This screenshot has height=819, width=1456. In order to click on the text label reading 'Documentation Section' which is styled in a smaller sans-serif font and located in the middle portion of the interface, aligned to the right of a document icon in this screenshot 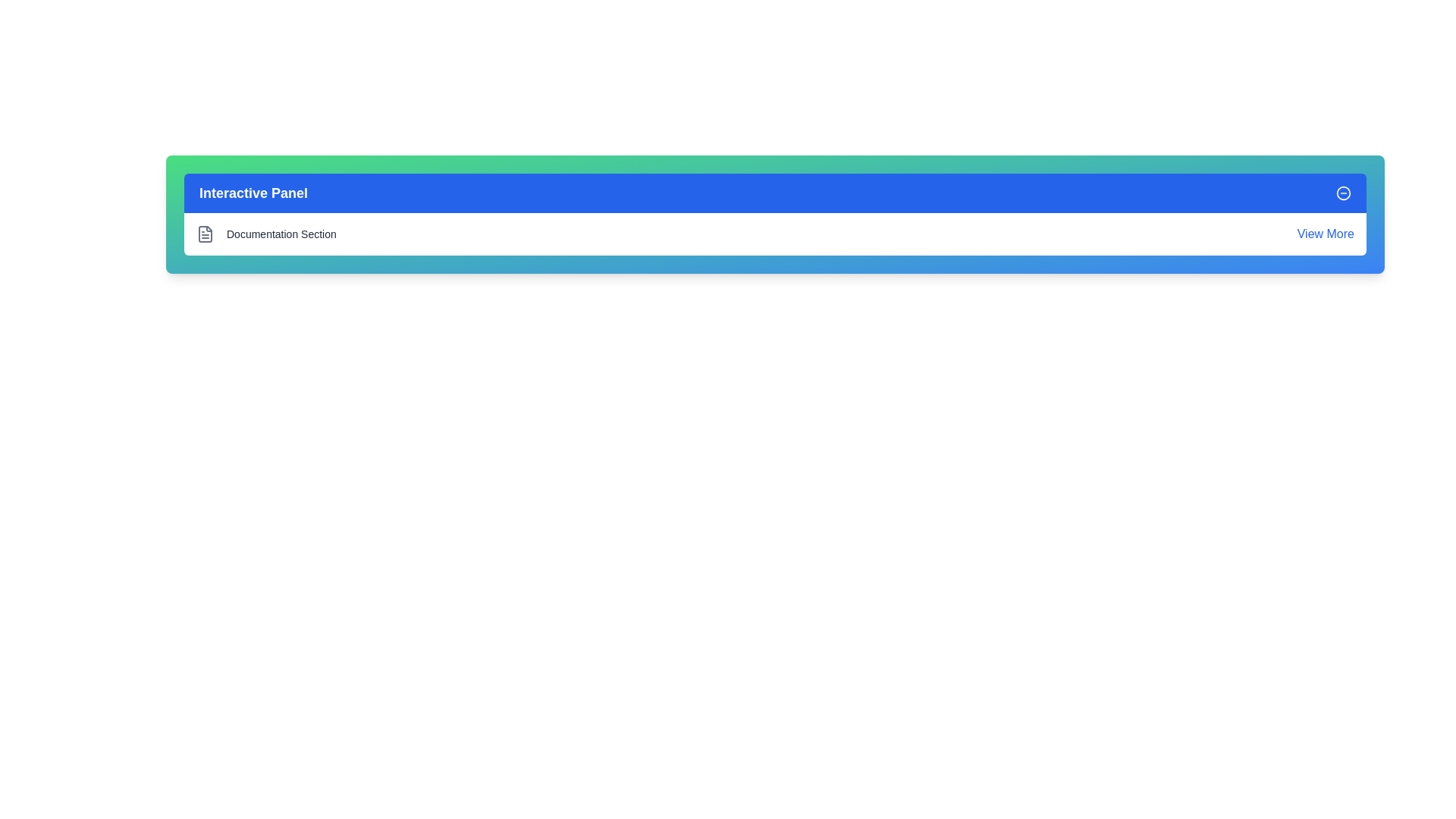, I will do `click(281, 234)`.